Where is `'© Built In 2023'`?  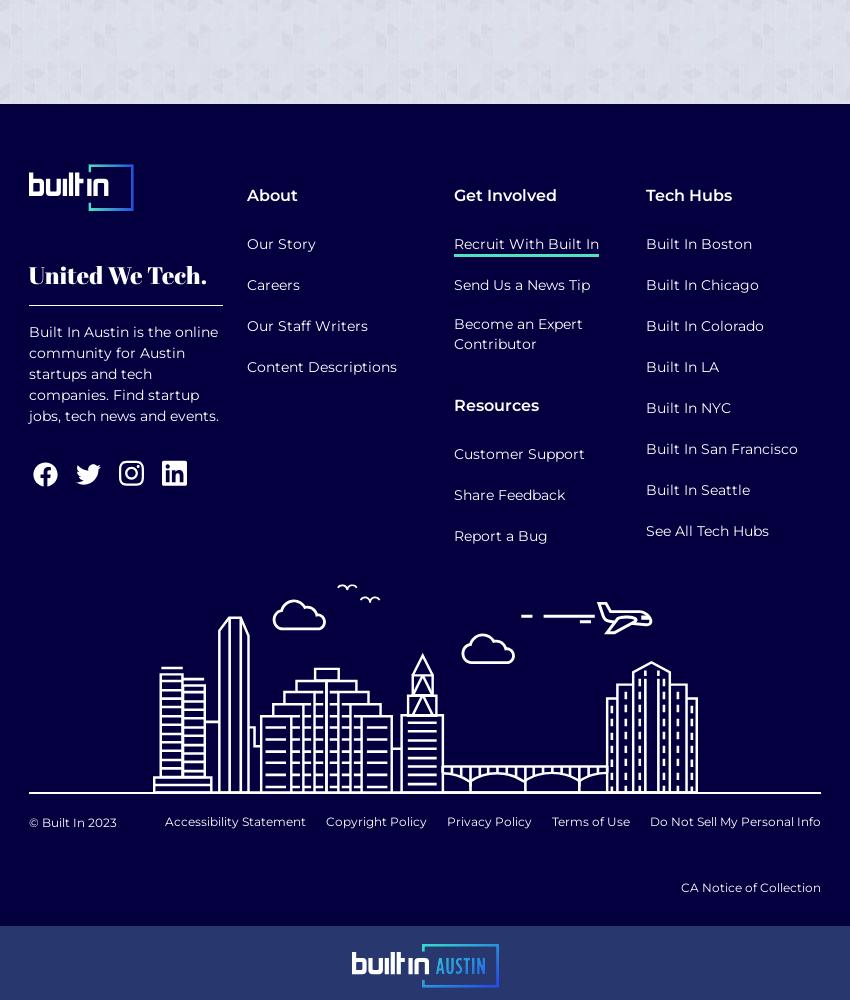 '© Built In 2023' is located at coordinates (73, 821).